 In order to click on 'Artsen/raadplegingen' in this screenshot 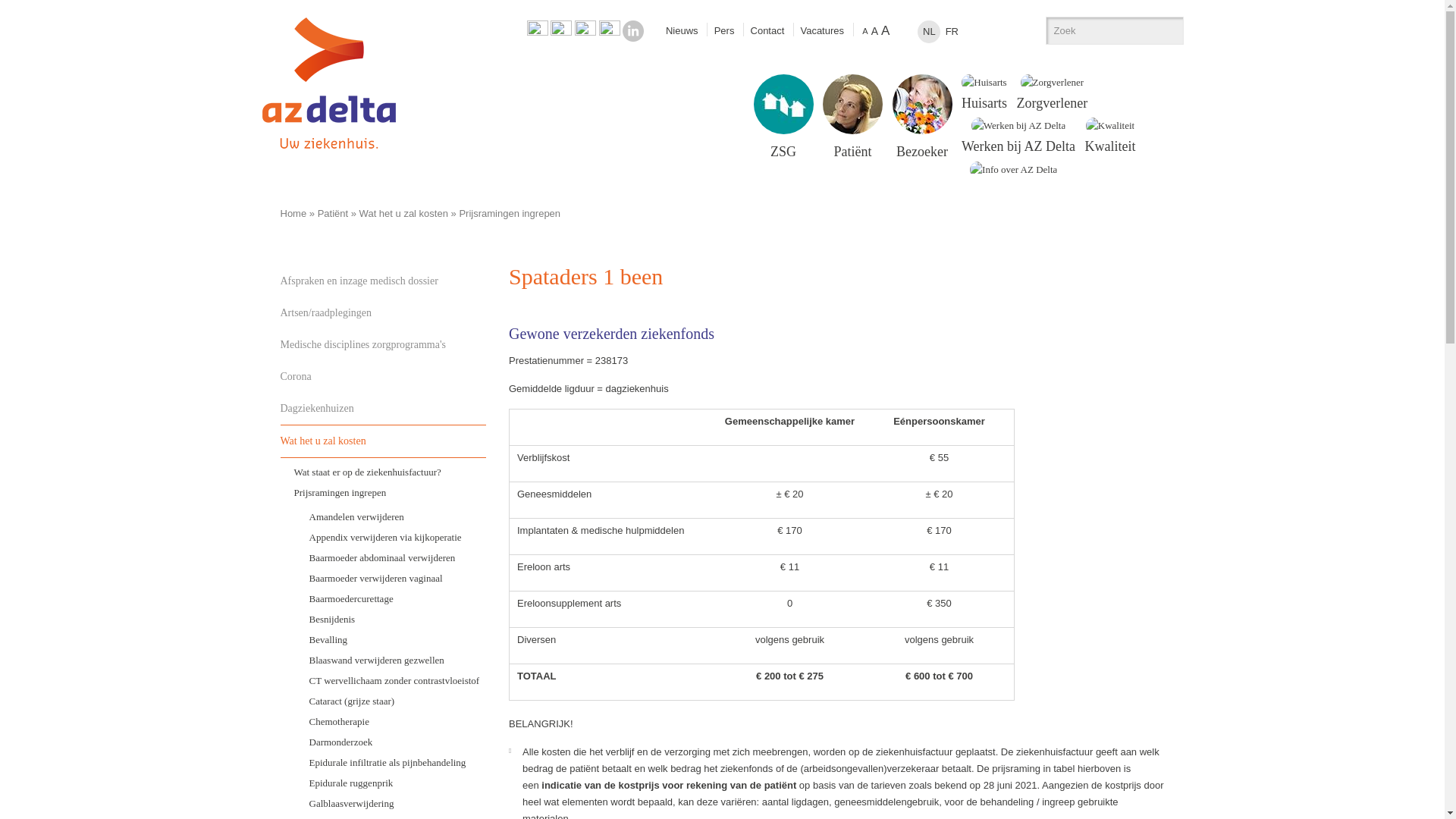, I will do `click(383, 312)`.